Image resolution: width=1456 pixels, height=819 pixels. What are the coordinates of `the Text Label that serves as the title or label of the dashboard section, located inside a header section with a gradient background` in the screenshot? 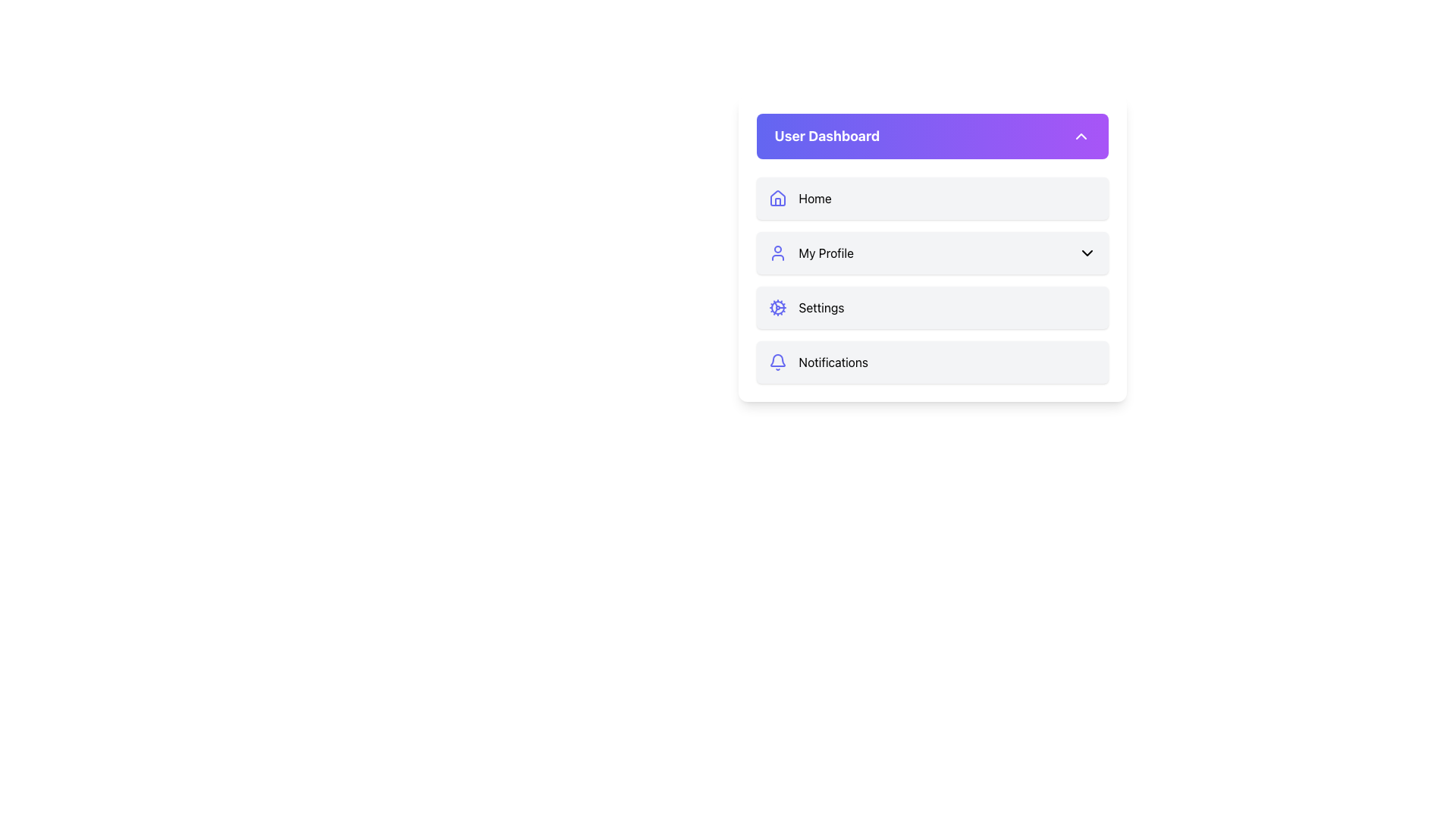 It's located at (826, 136).